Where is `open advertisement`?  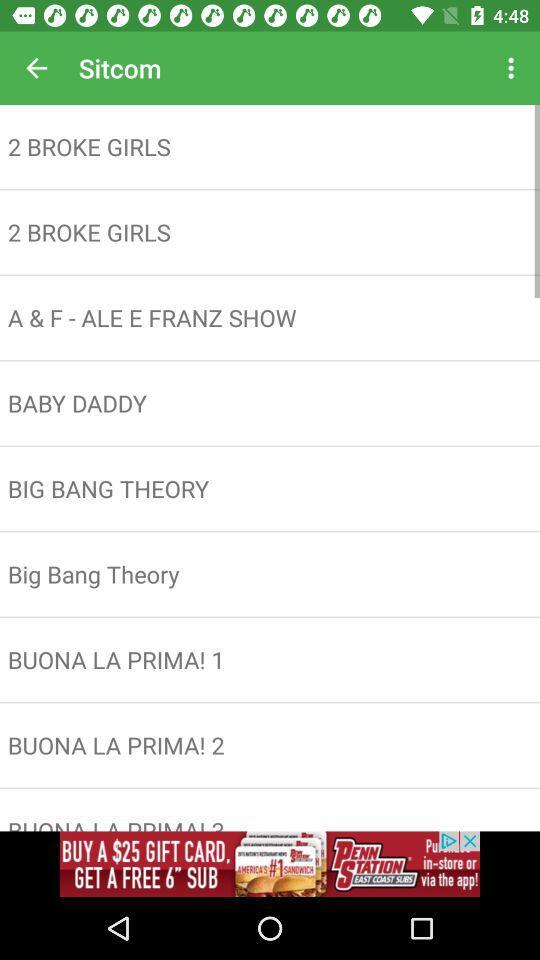 open advertisement is located at coordinates (270, 863).